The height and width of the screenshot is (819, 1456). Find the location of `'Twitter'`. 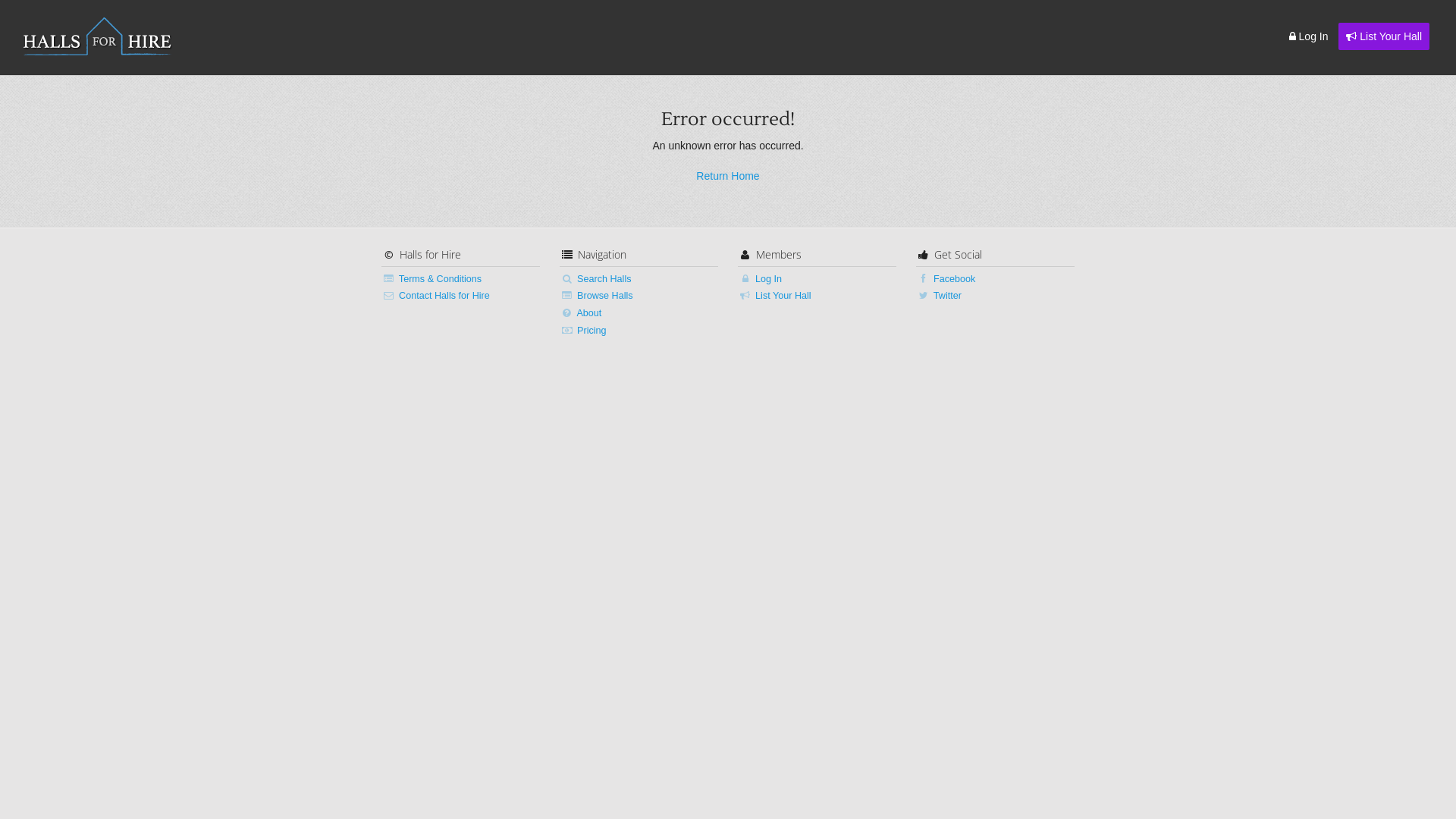

'Twitter' is located at coordinates (996, 296).